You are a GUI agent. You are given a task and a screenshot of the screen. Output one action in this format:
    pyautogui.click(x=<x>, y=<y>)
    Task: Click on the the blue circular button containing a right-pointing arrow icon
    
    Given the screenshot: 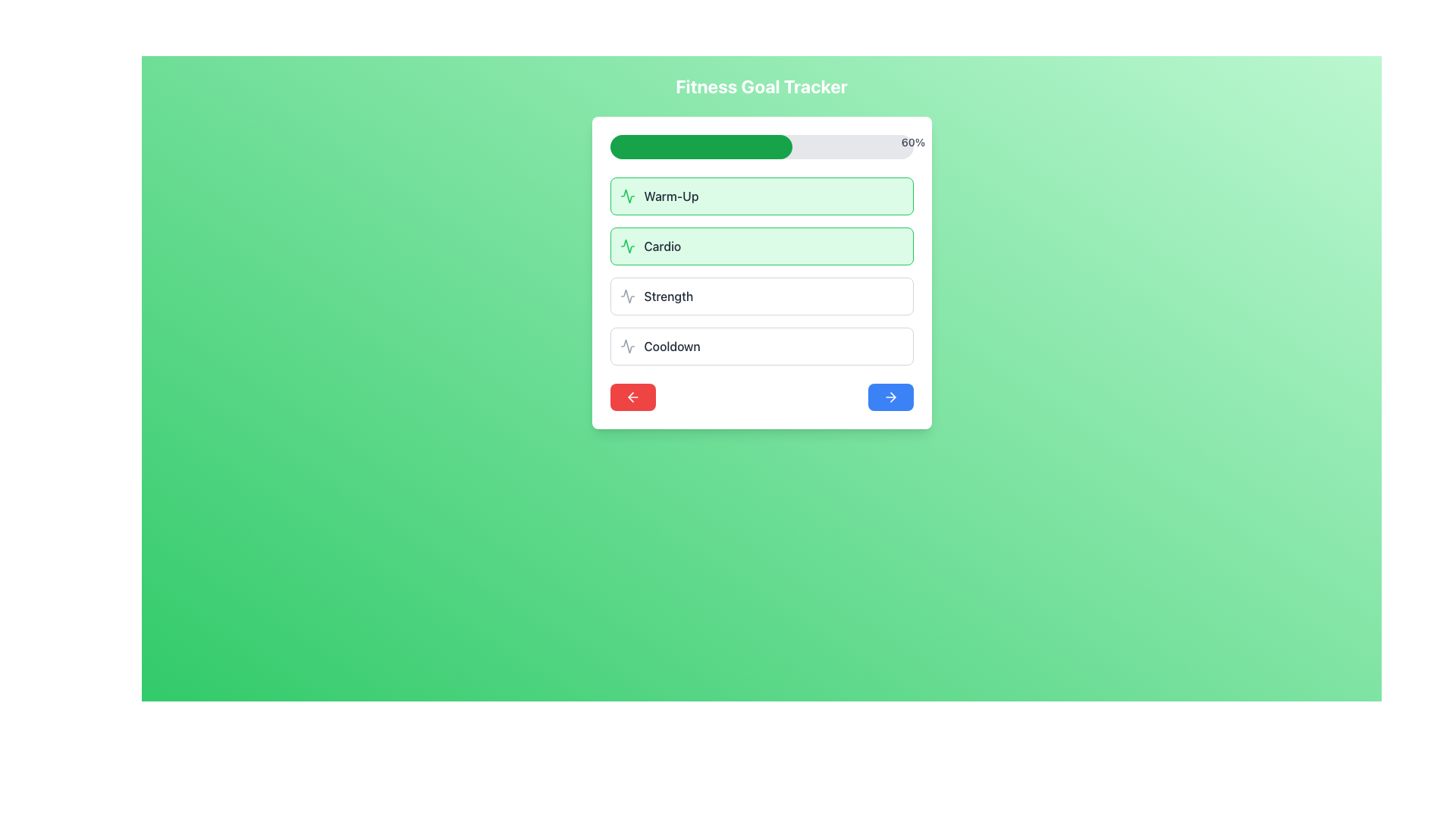 What is the action you would take?
    pyautogui.click(x=892, y=397)
    